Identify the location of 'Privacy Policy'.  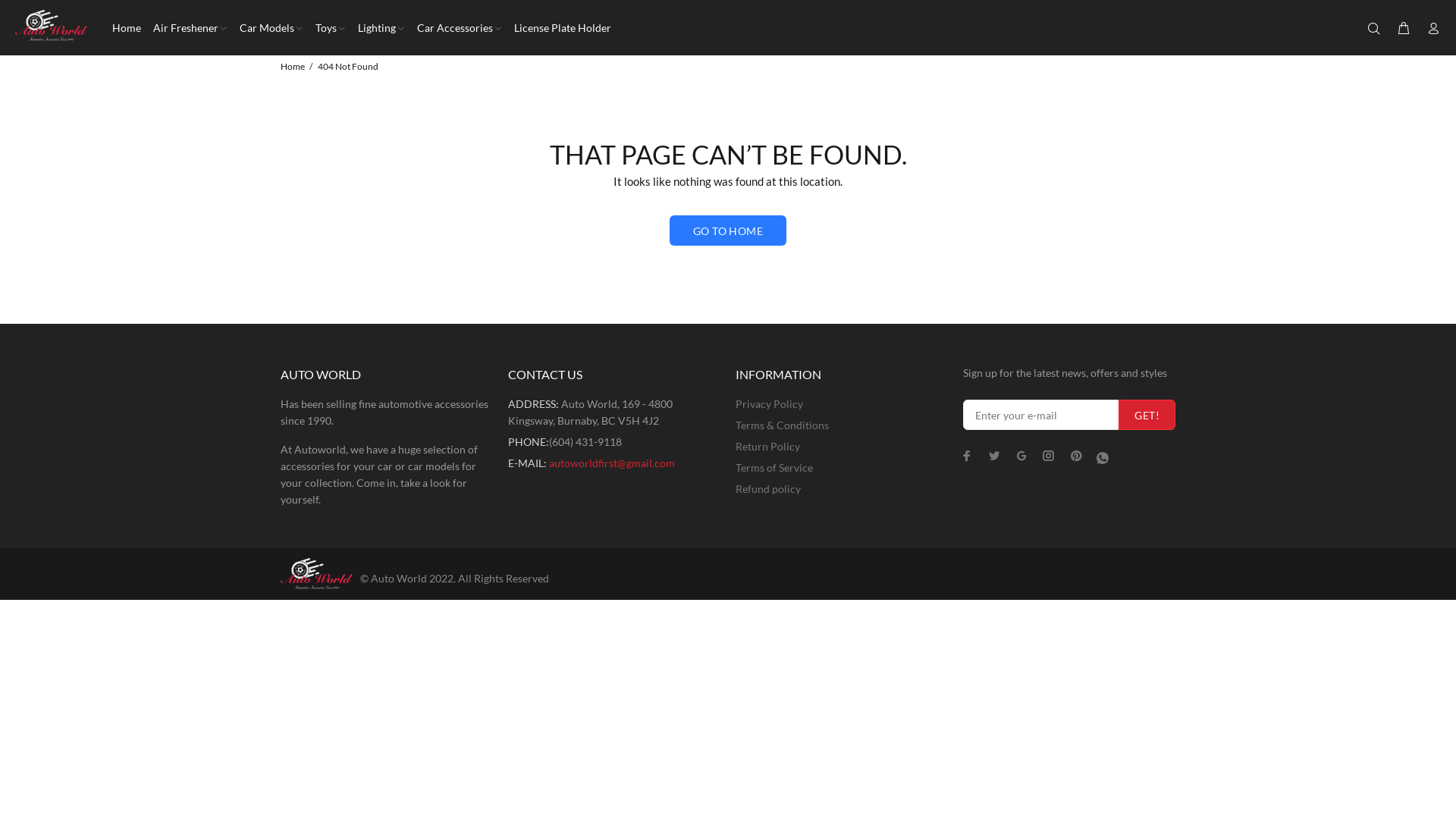
(735, 403).